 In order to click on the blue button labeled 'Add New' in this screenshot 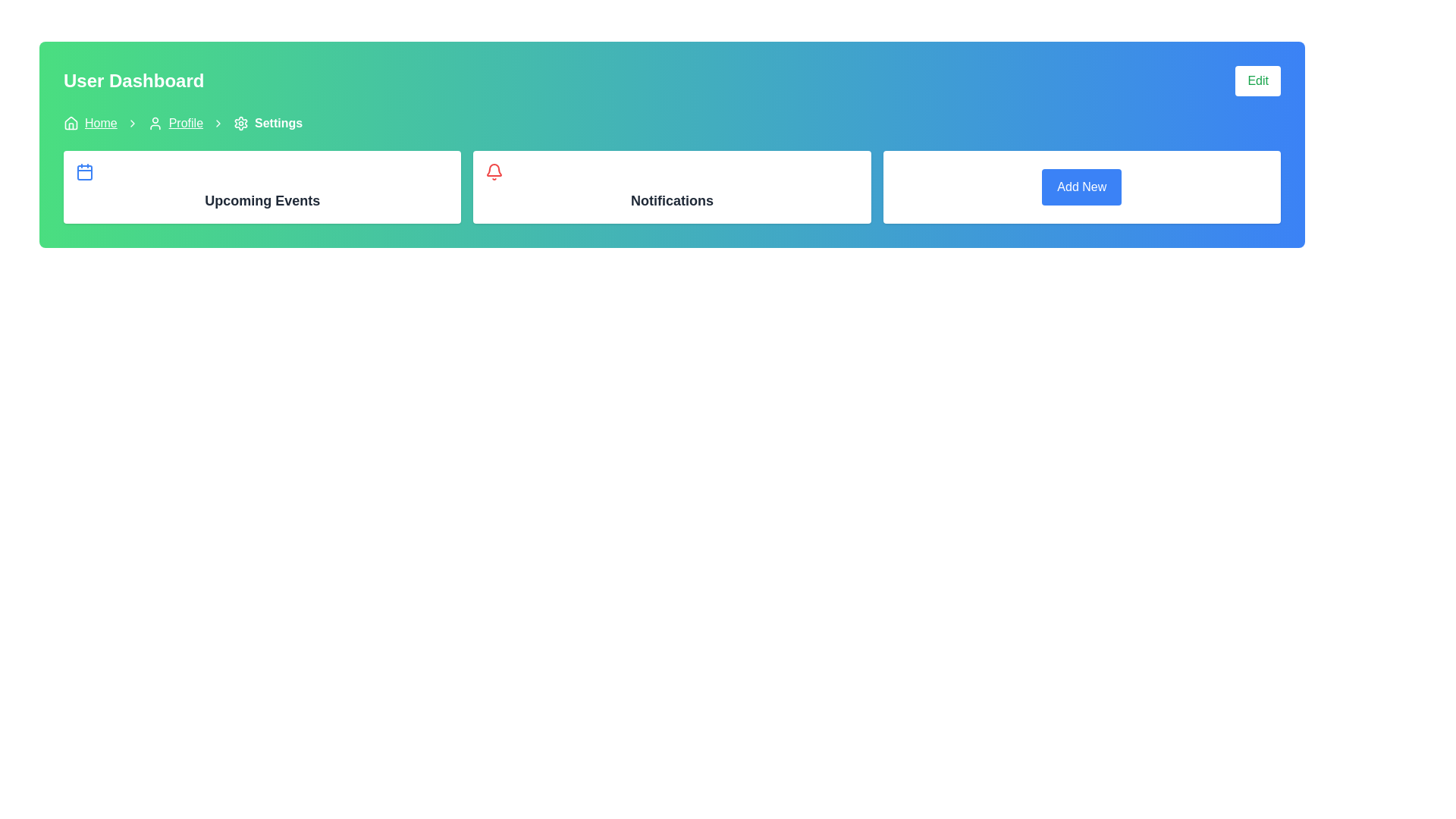, I will do `click(1081, 186)`.